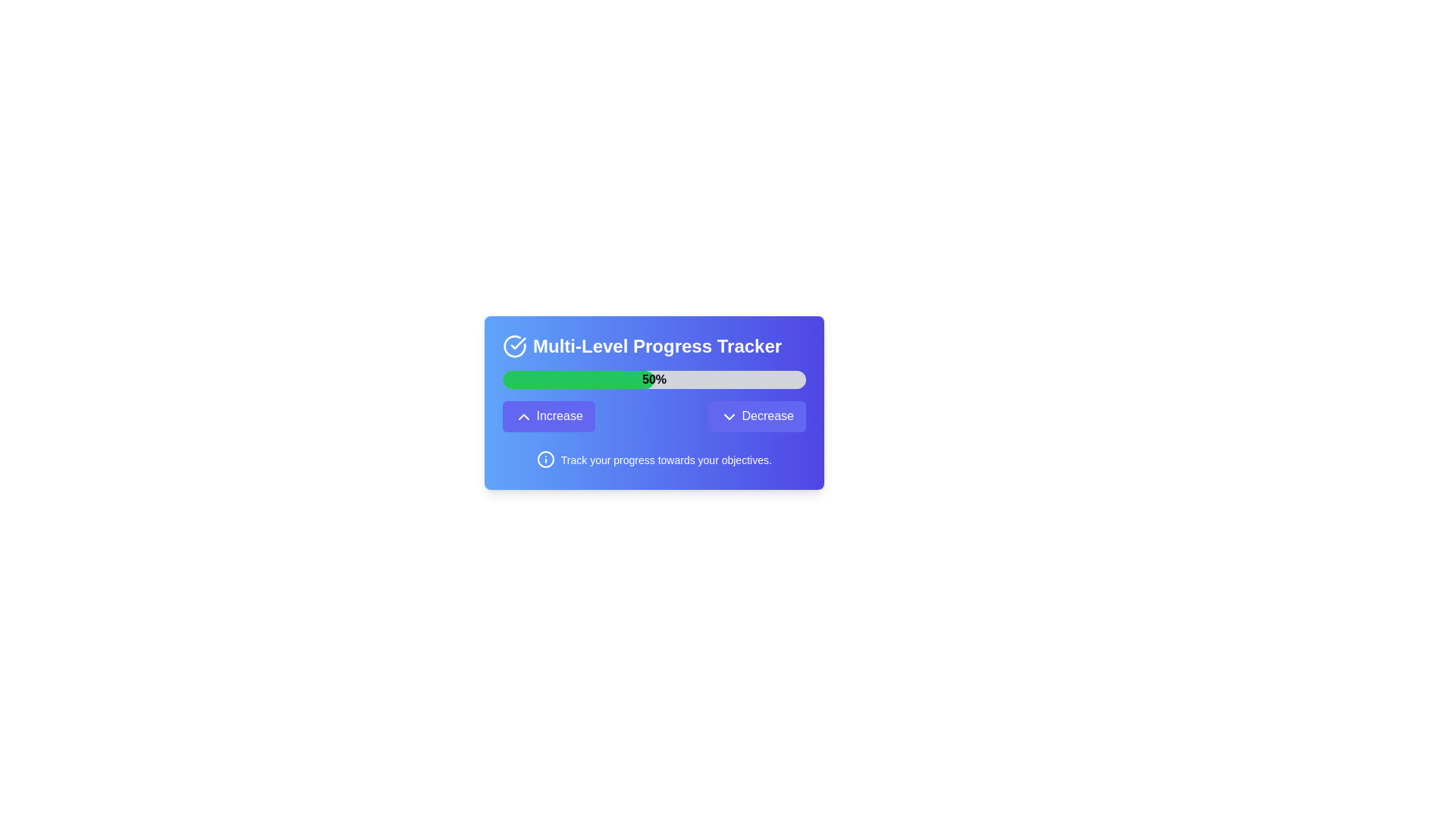  What do you see at coordinates (730, 416) in the screenshot?
I see `the downward-facing chevron icon located within the 'Decrease' button at the lower-right of the interface` at bounding box center [730, 416].